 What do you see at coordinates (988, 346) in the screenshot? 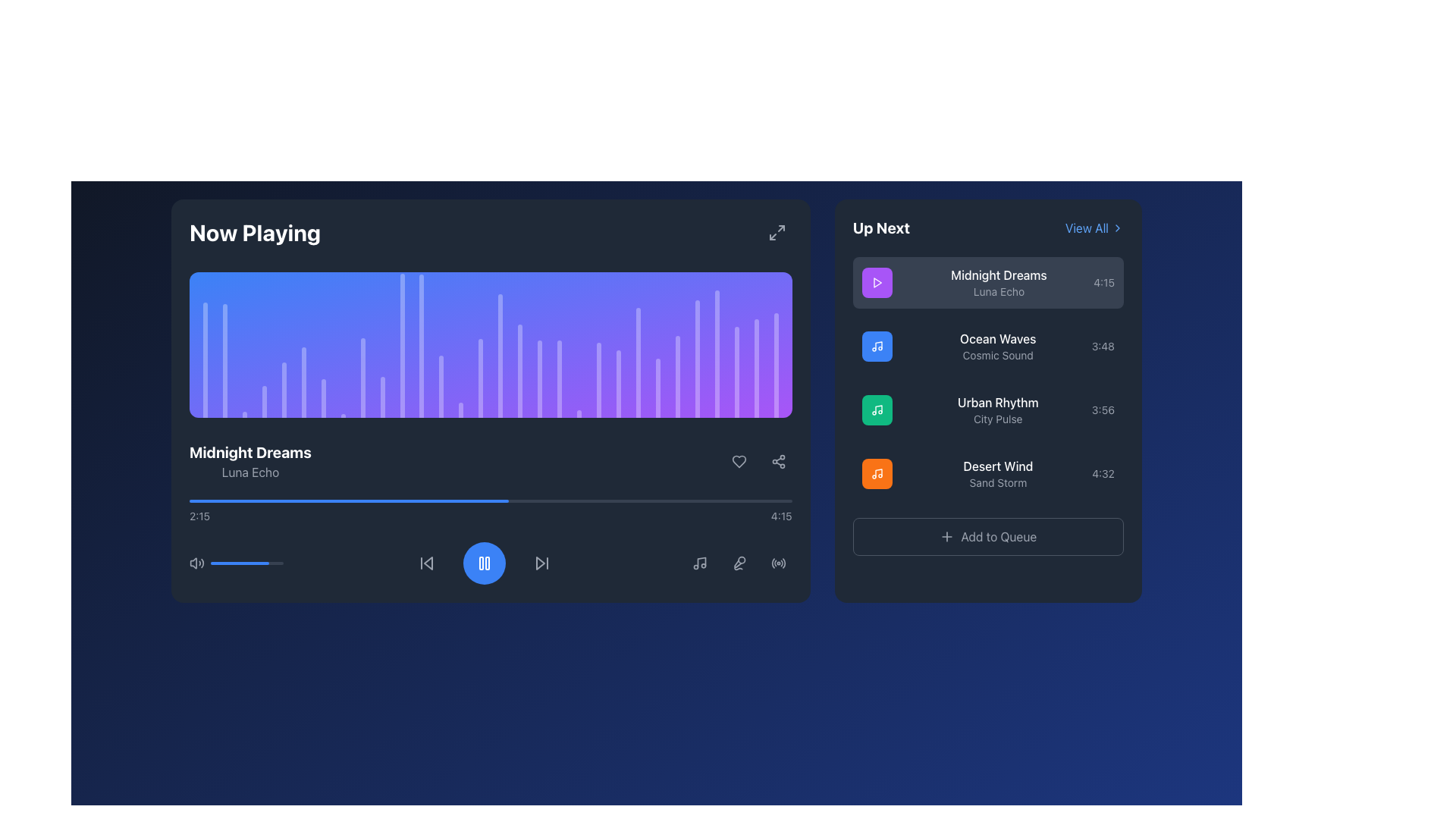
I see `the second list item in the 'Up Next' playlist titled 'Ocean Waves' which features a blue music note icon, the title in white, a subtitle in gray, and a duration in gray` at bounding box center [988, 346].